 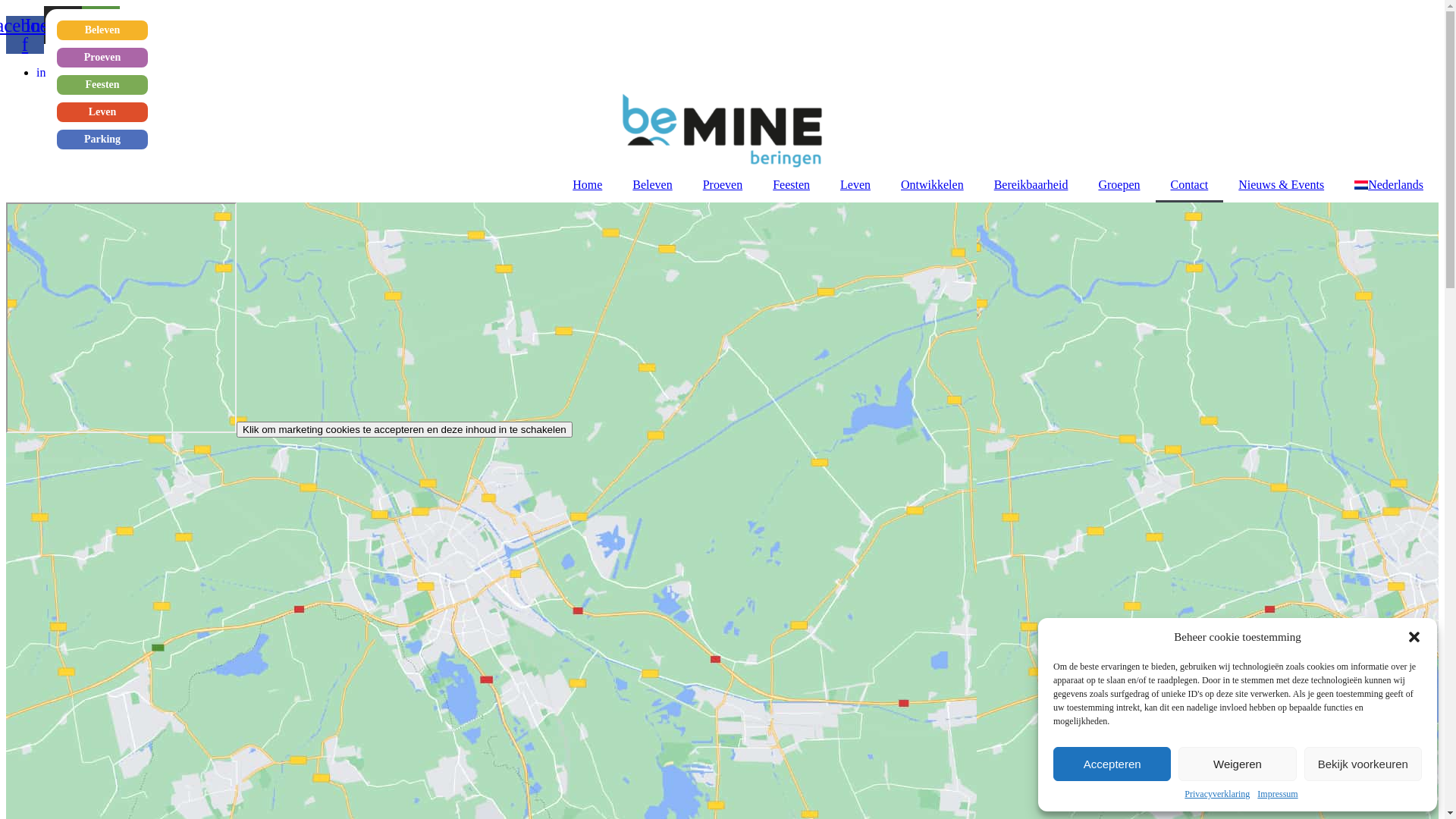 I want to click on 'Nederlands', so click(x=1389, y=184).